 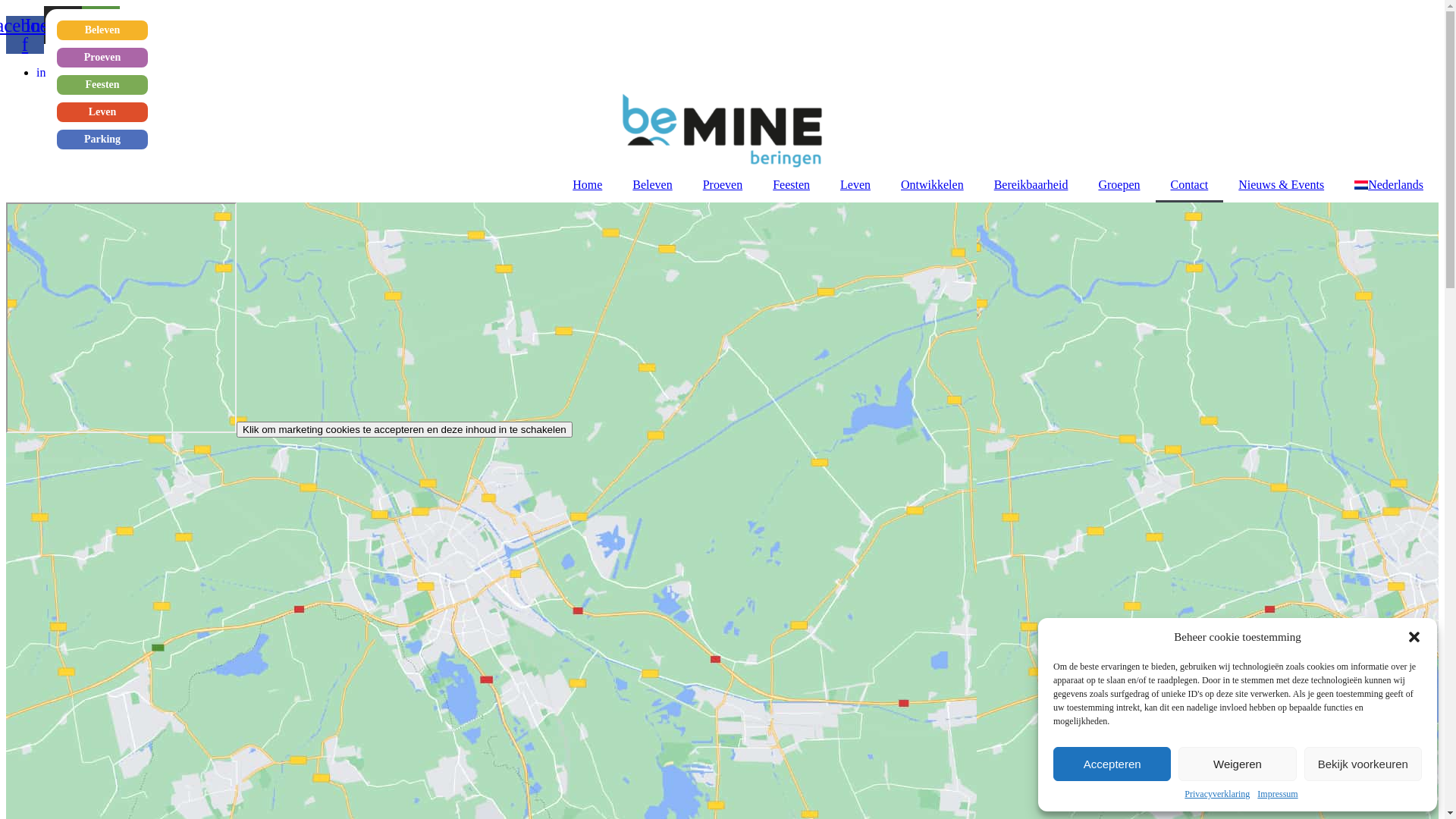 I want to click on 'Nederlands', so click(x=1389, y=184).